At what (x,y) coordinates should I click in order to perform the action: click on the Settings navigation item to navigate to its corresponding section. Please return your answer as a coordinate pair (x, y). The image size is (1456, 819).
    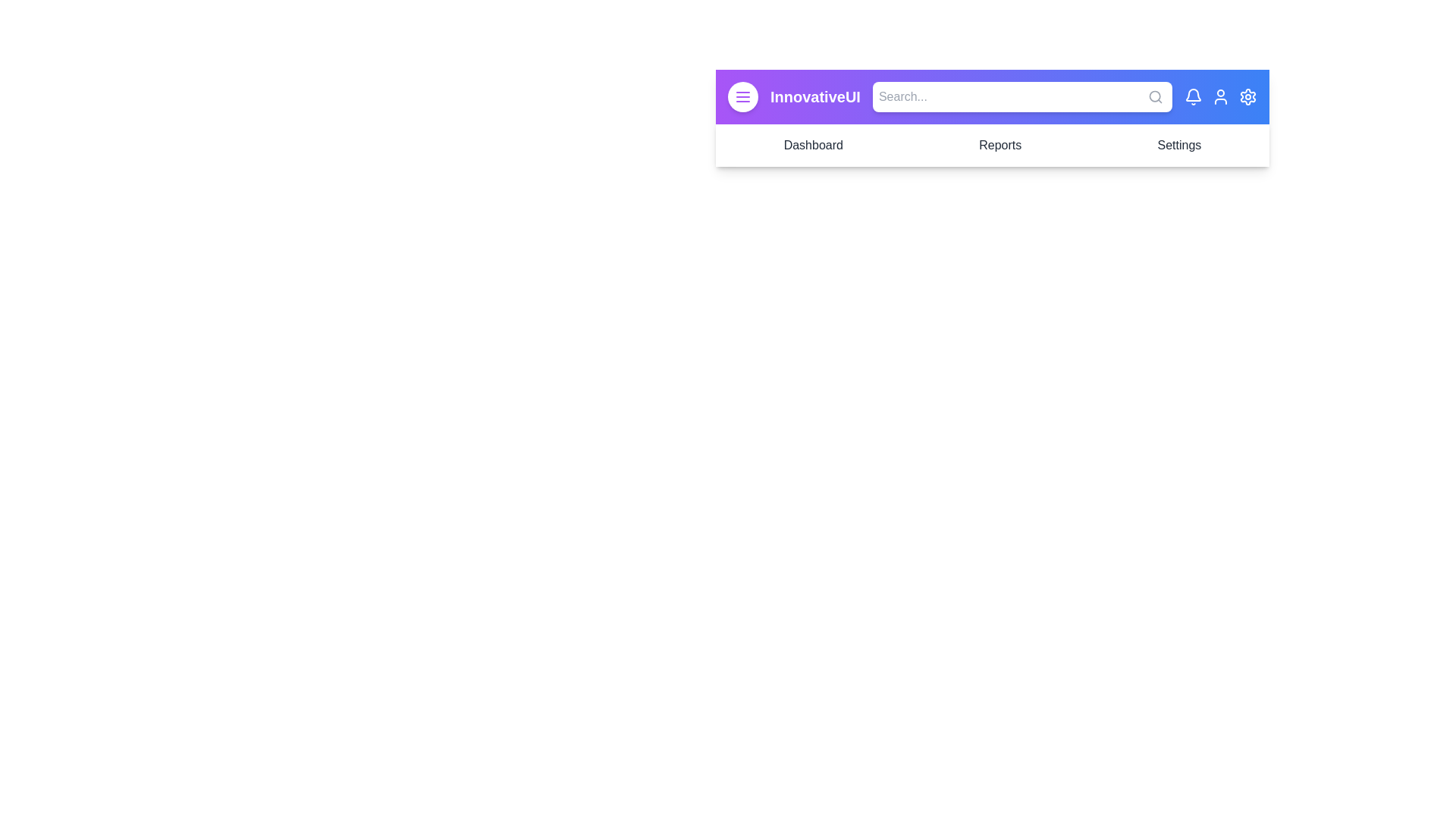
    Looking at the image, I should click on (1178, 146).